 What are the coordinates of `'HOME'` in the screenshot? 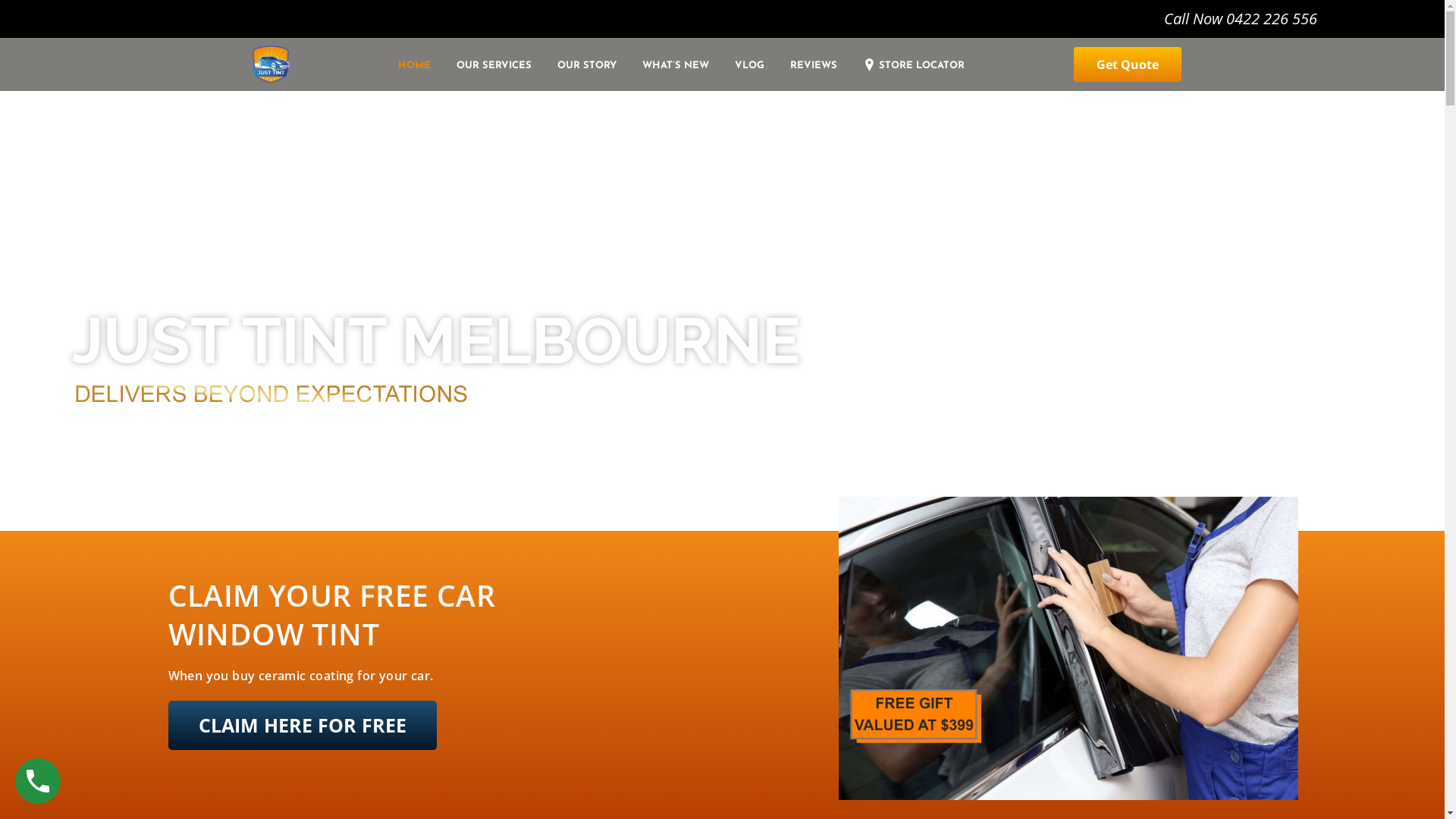 It's located at (421, 65).